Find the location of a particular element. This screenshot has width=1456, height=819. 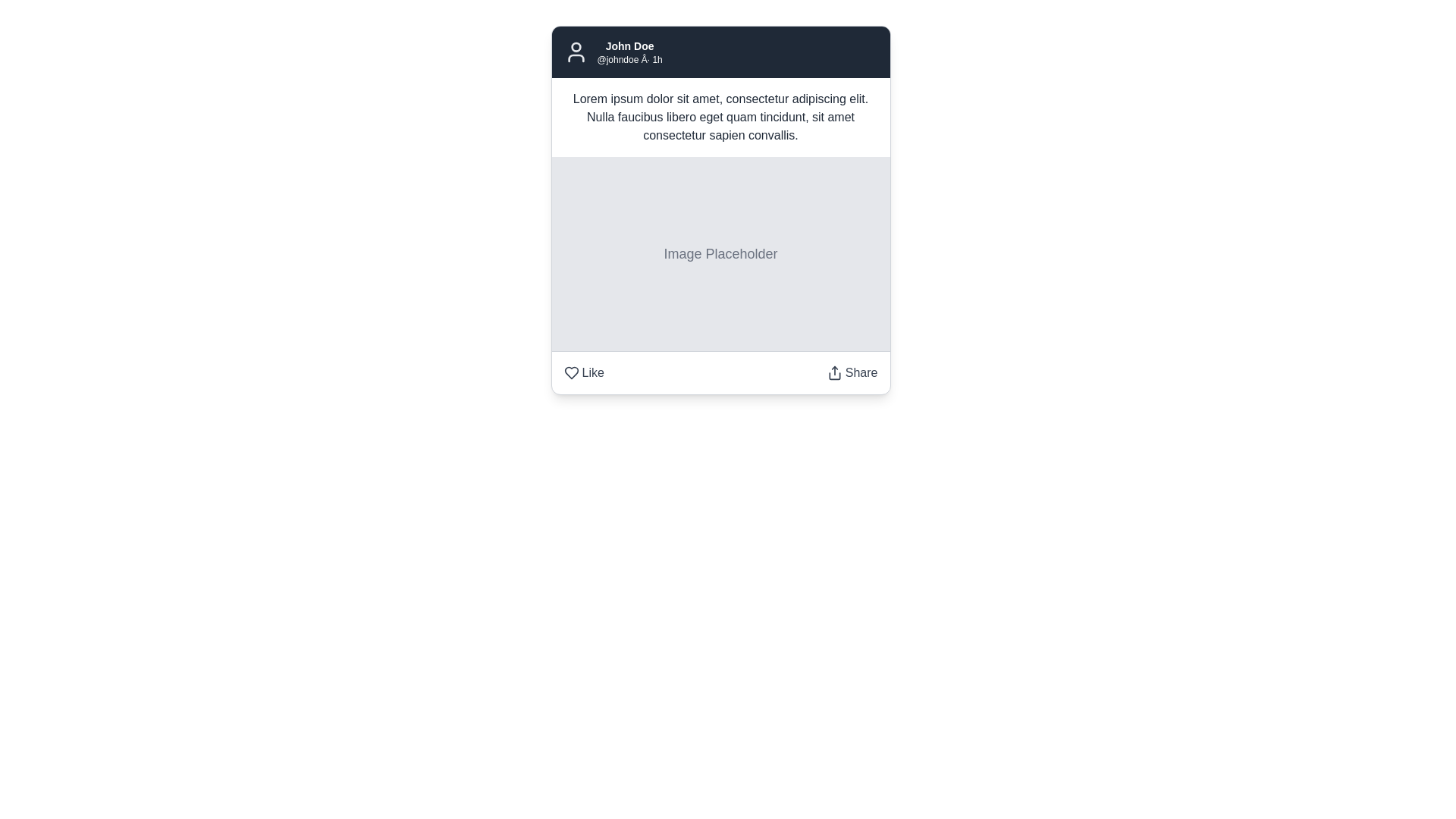

the share icon, which resembles an upward-pointing arrow emerging from a box, to initiate a share action is located at coordinates (833, 373).